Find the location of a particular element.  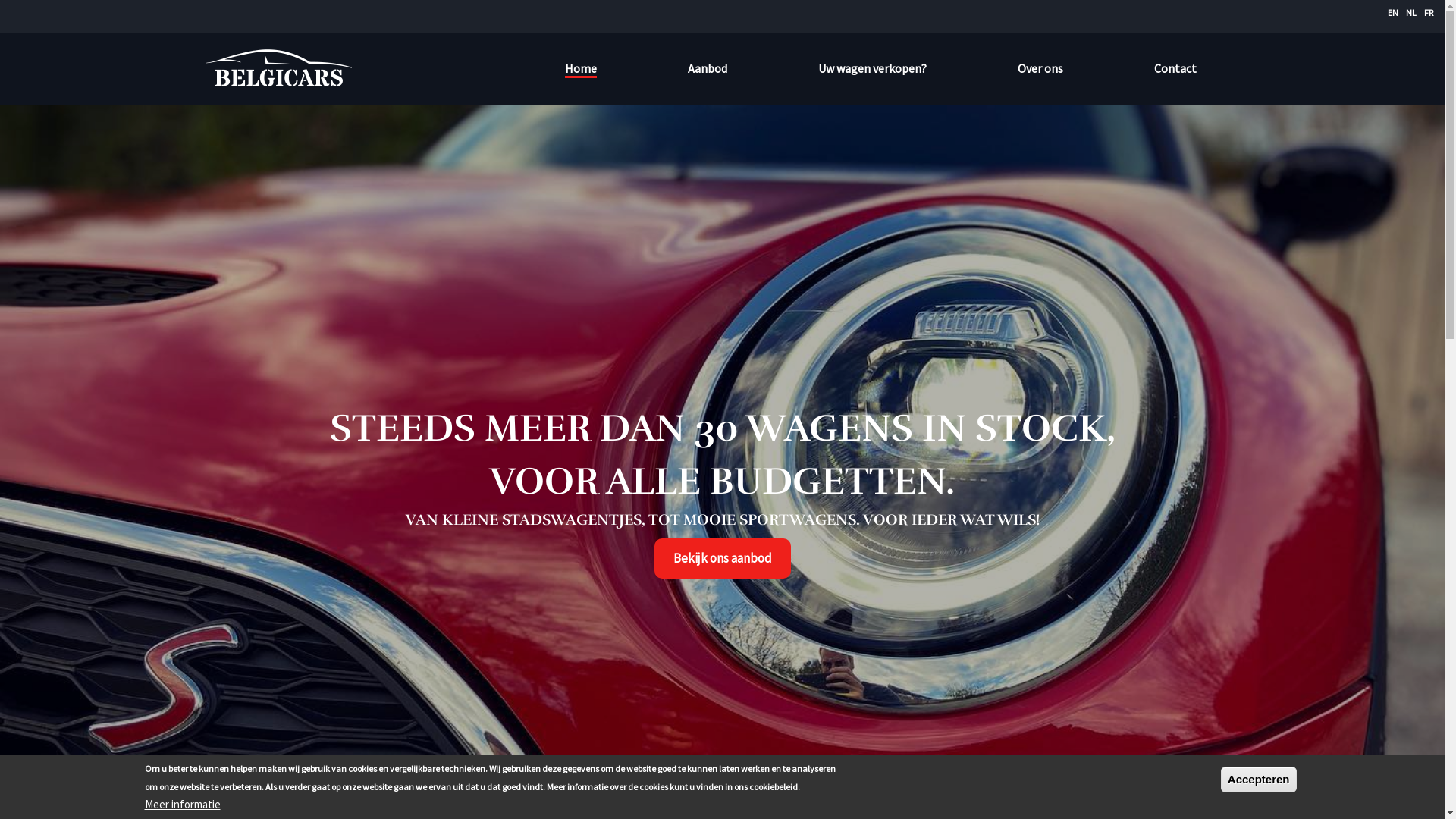

'NL' is located at coordinates (1410, 12).